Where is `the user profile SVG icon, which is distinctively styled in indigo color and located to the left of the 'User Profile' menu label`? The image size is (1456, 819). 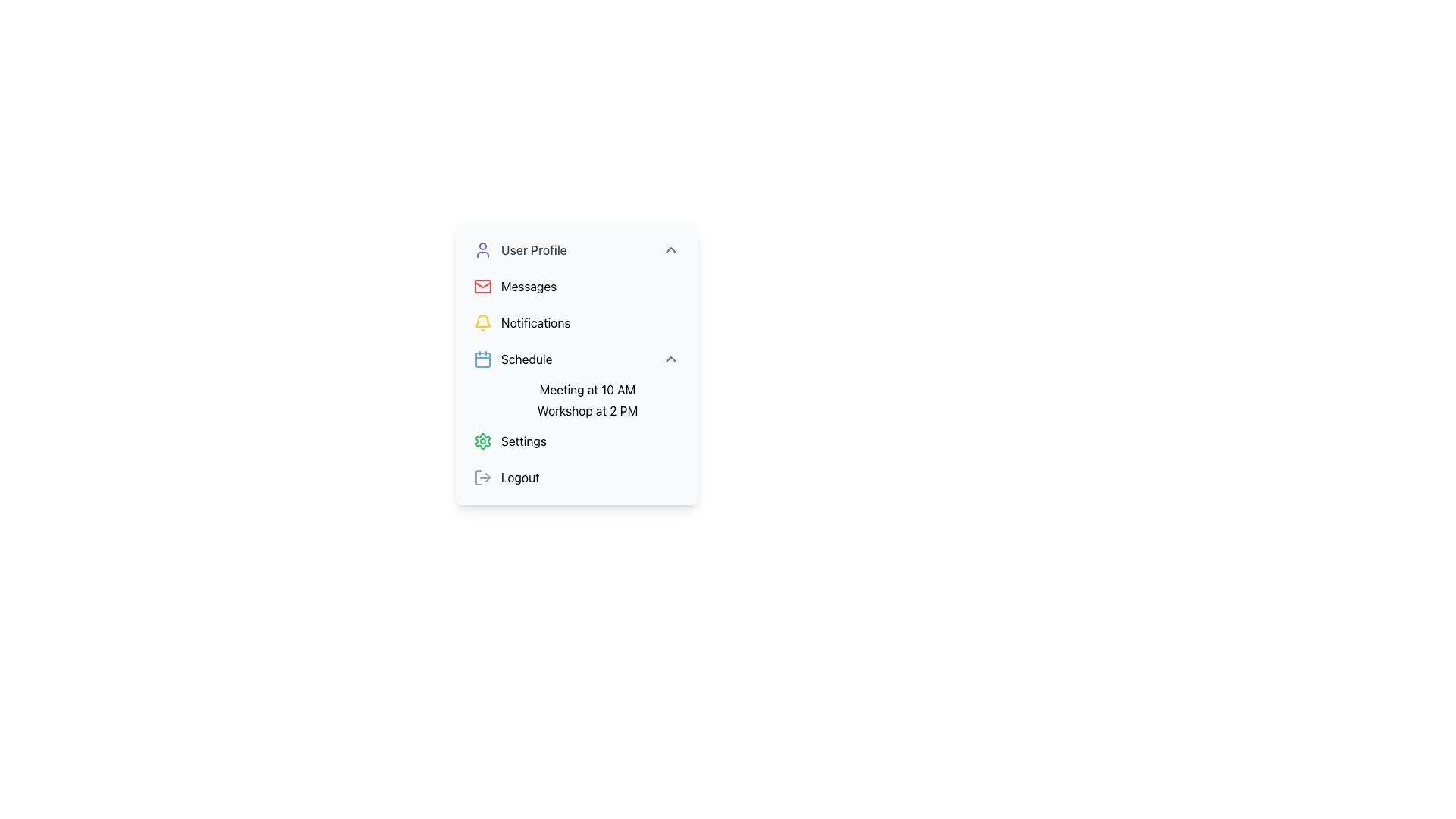 the user profile SVG icon, which is distinctively styled in indigo color and located to the left of the 'User Profile' menu label is located at coordinates (482, 249).